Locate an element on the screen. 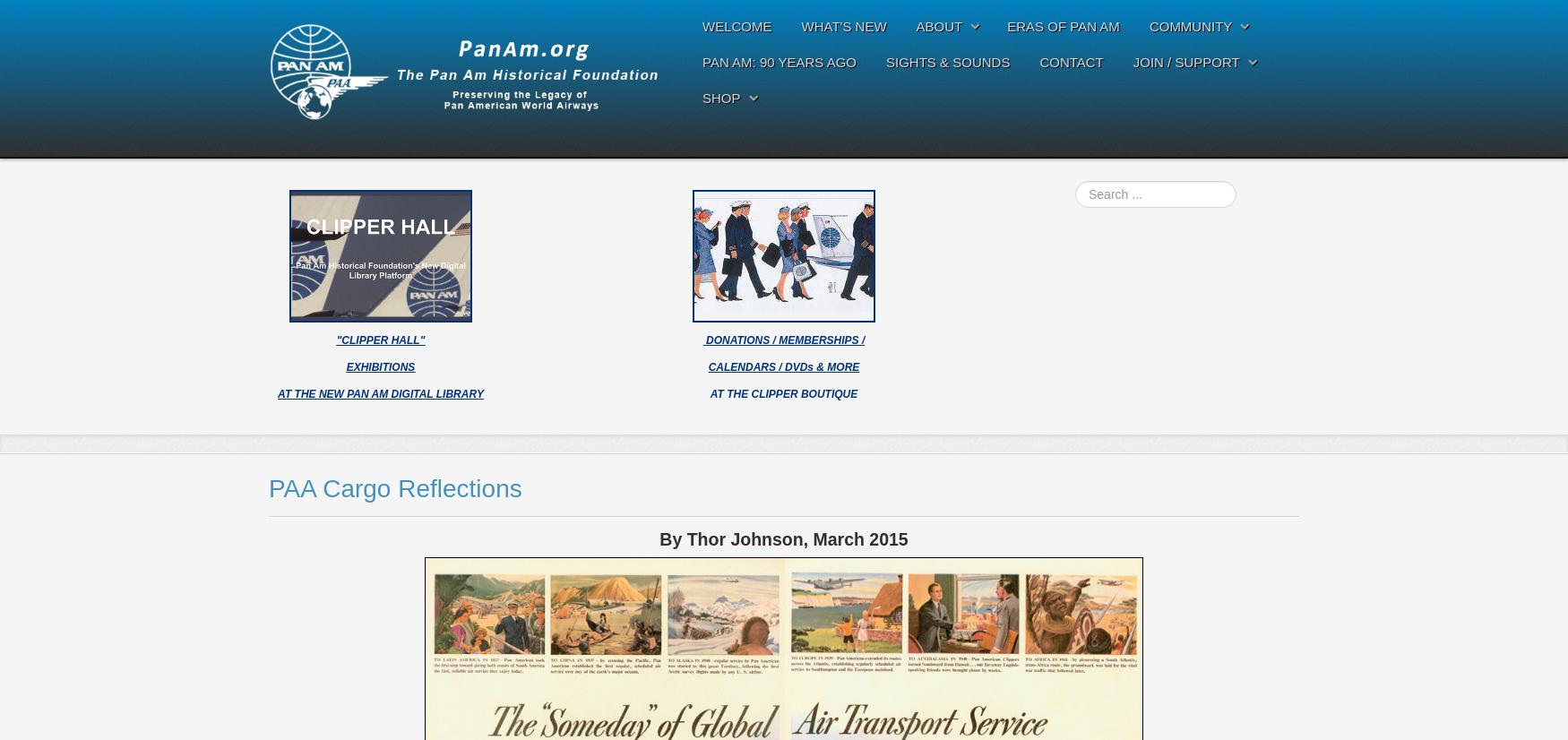 This screenshot has height=740, width=1568. 'CONTACT' is located at coordinates (1071, 62).